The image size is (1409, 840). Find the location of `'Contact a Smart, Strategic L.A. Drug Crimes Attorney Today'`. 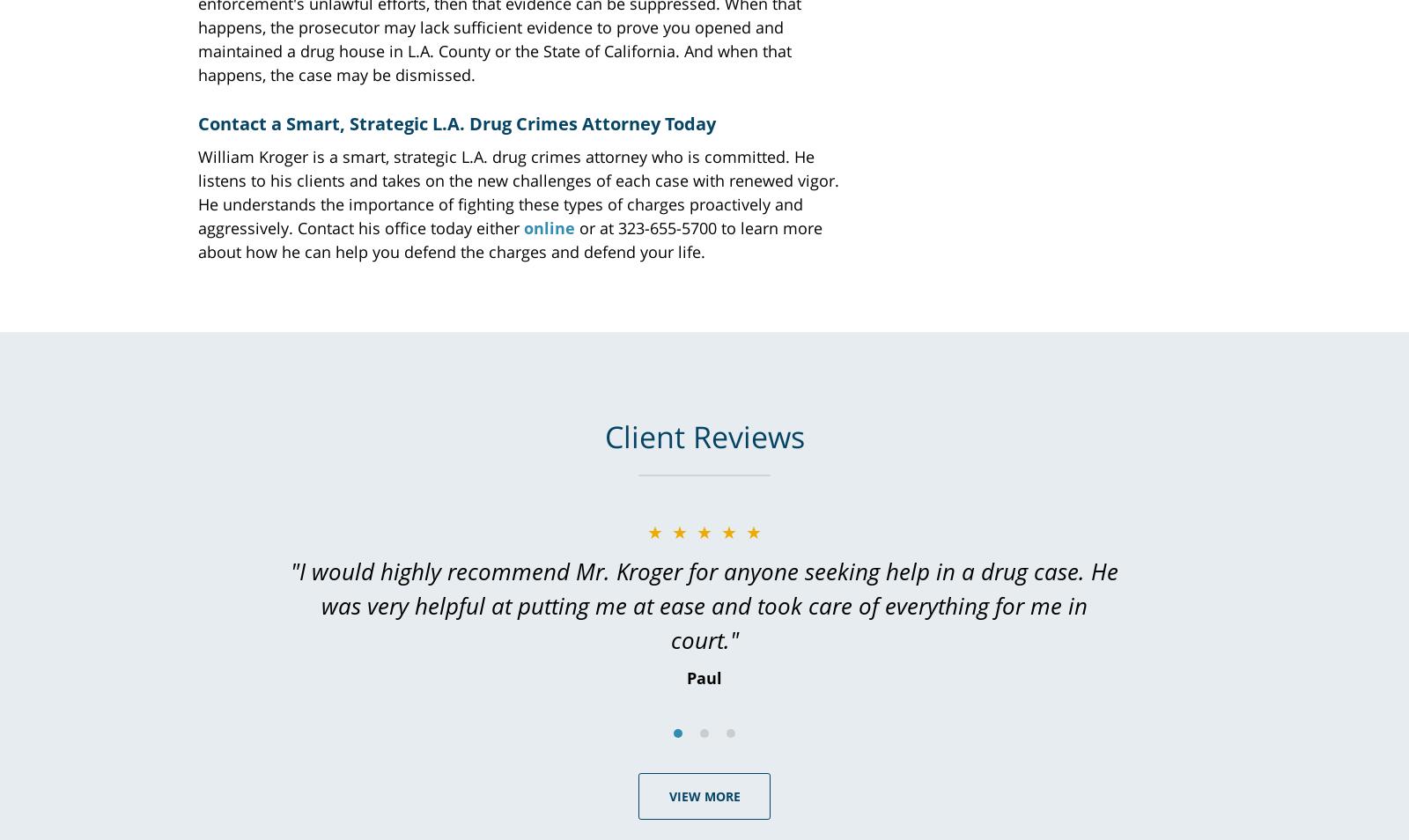

'Contact a Smart, Strategic L.A. Drug Crimes Attorney Today' is located at coordinates (456, 122).